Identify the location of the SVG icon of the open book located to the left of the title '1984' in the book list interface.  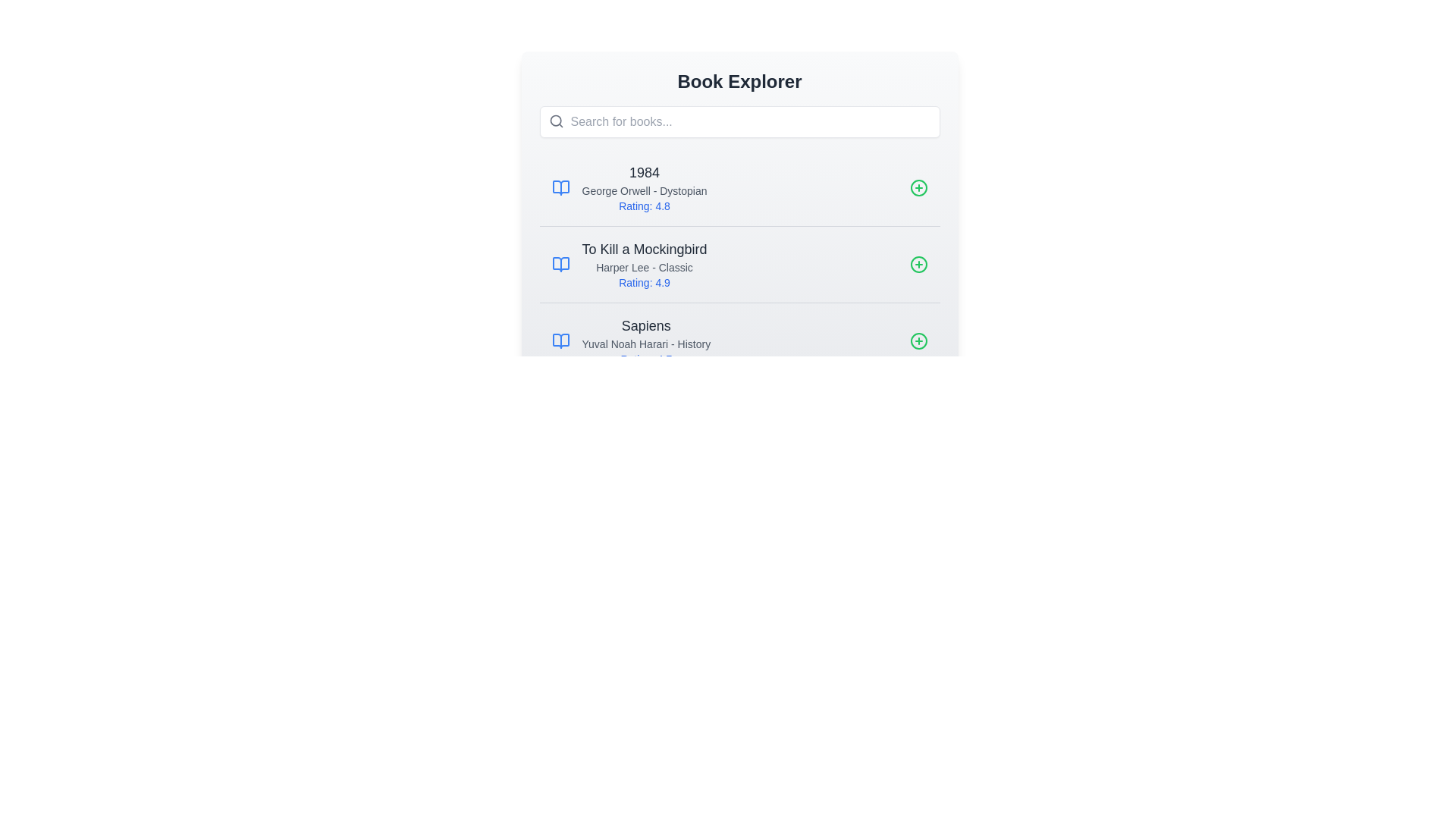
(560, 187).